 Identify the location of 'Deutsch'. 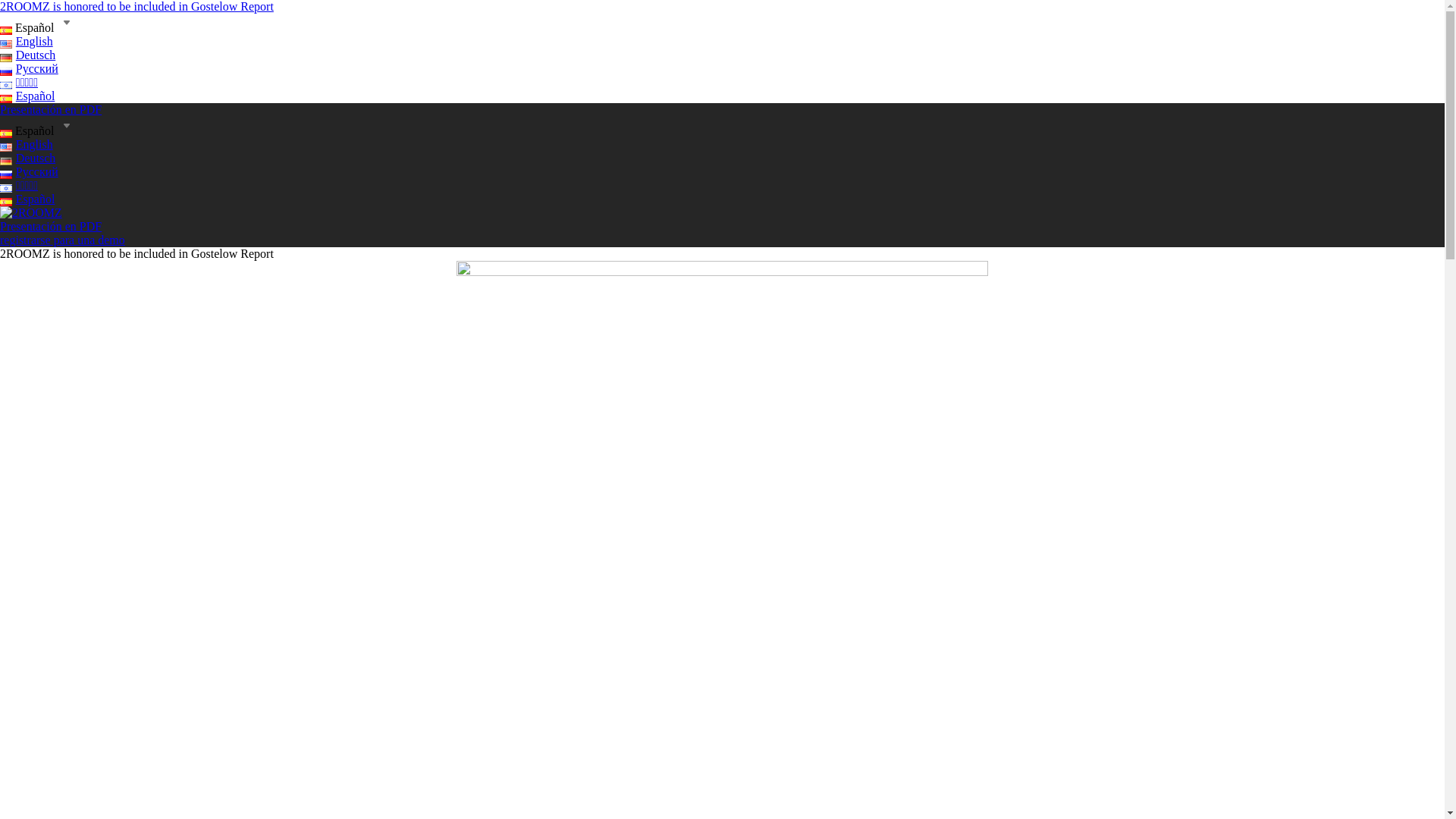
(27, 54).